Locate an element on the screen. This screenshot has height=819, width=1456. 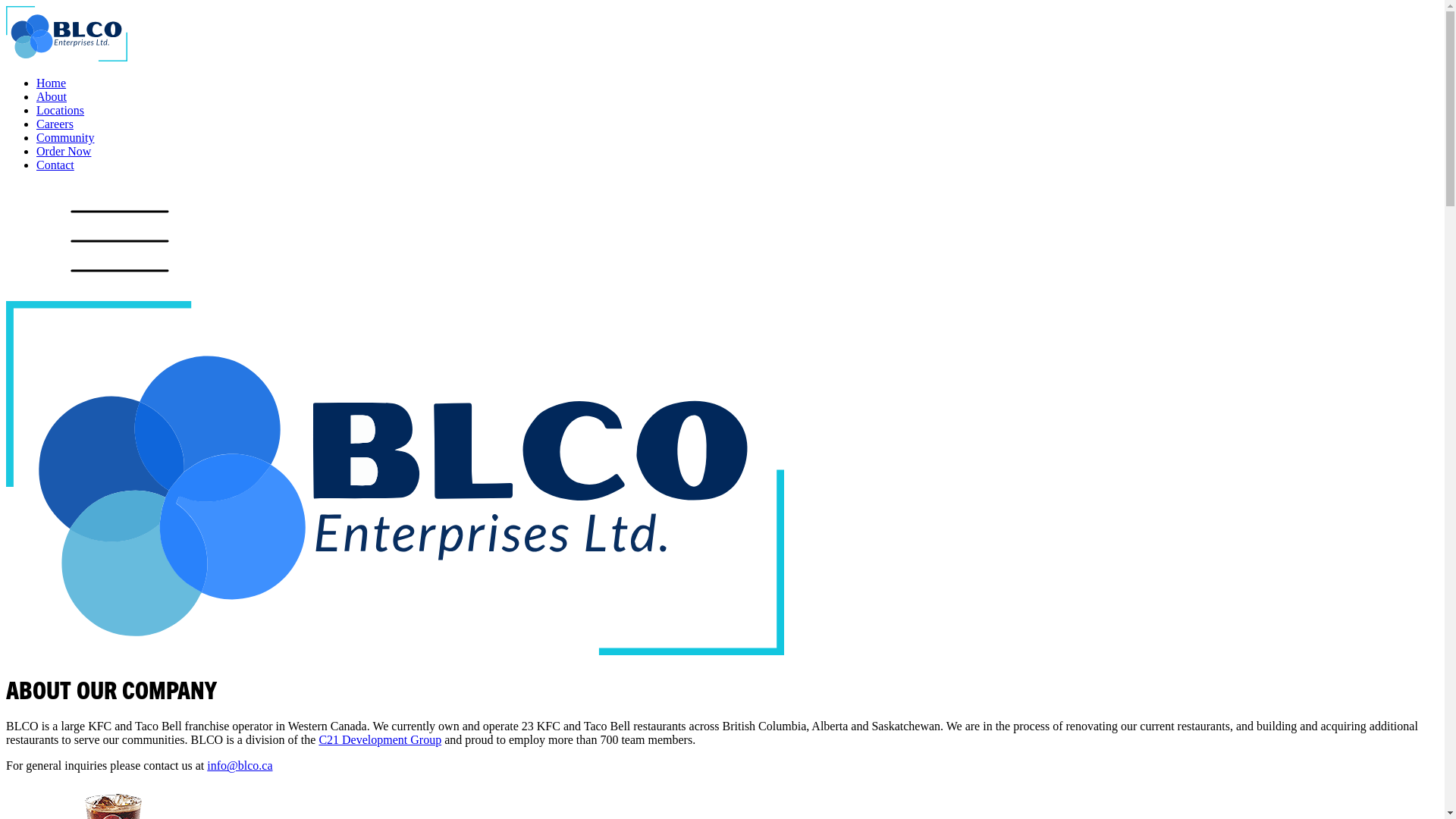
'About' is located at coordinates (51, 96).